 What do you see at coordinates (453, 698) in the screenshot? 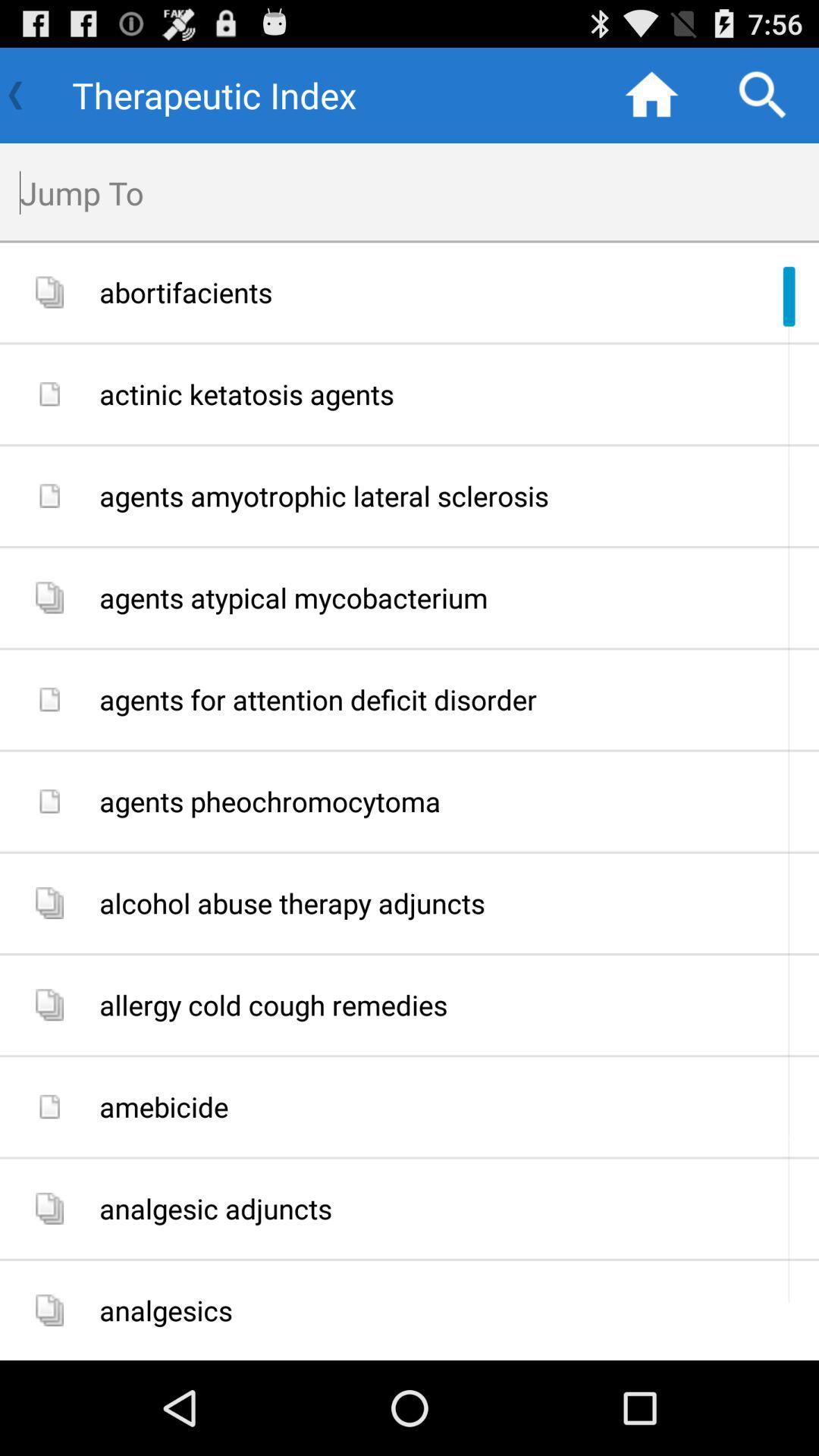
I see `item below agents atypical mycobacterium item` at bounding box center [453, 698].